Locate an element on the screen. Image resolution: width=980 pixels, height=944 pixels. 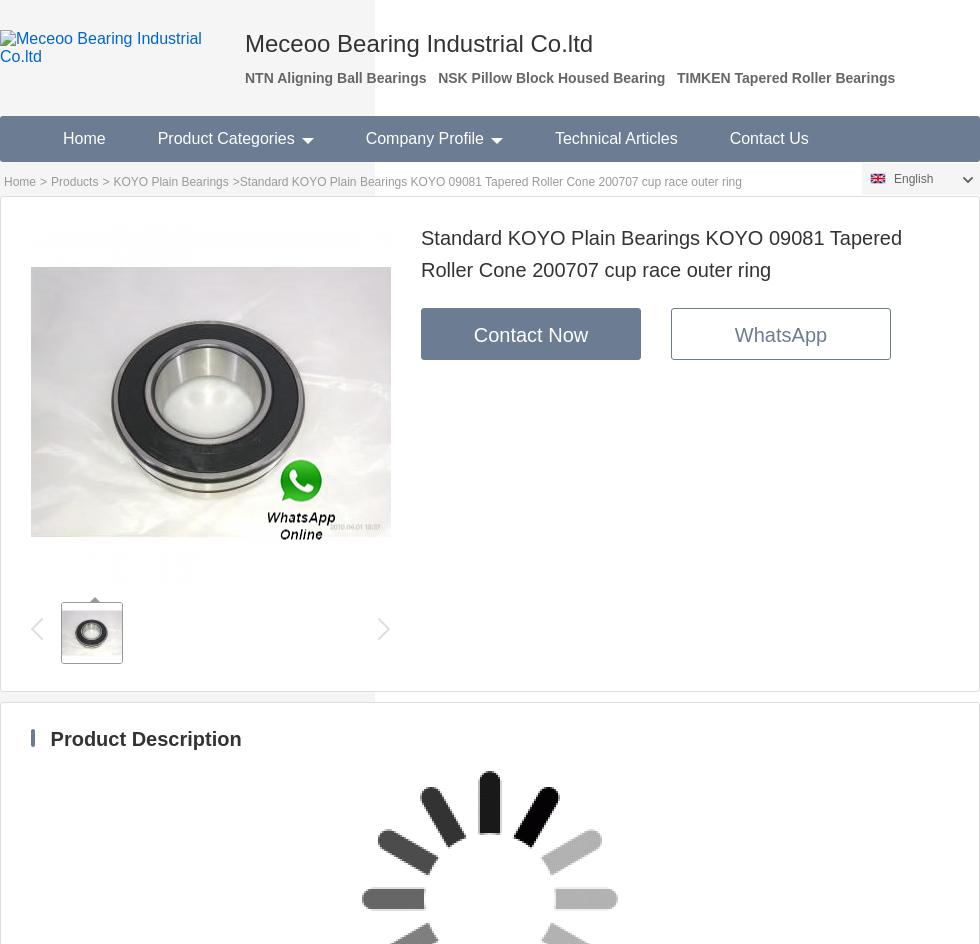
'WhatsApp' is located at coordinates (734, 334).